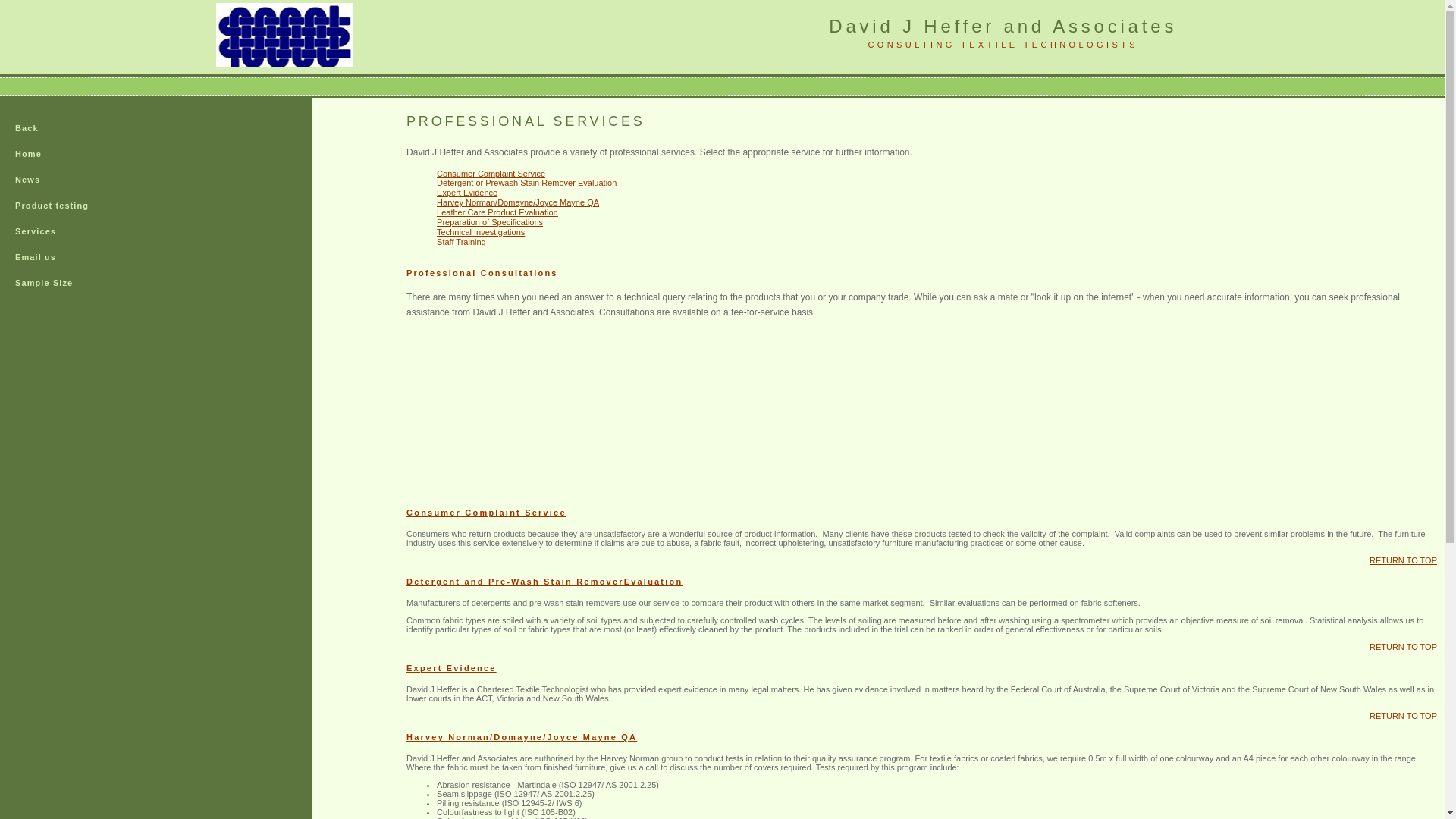 The width and height of the screenshot is (1456, 819). Describe the element at coordinates (436, 222) in the screenshot. I see `'Preparation of Specifications'` at that location.